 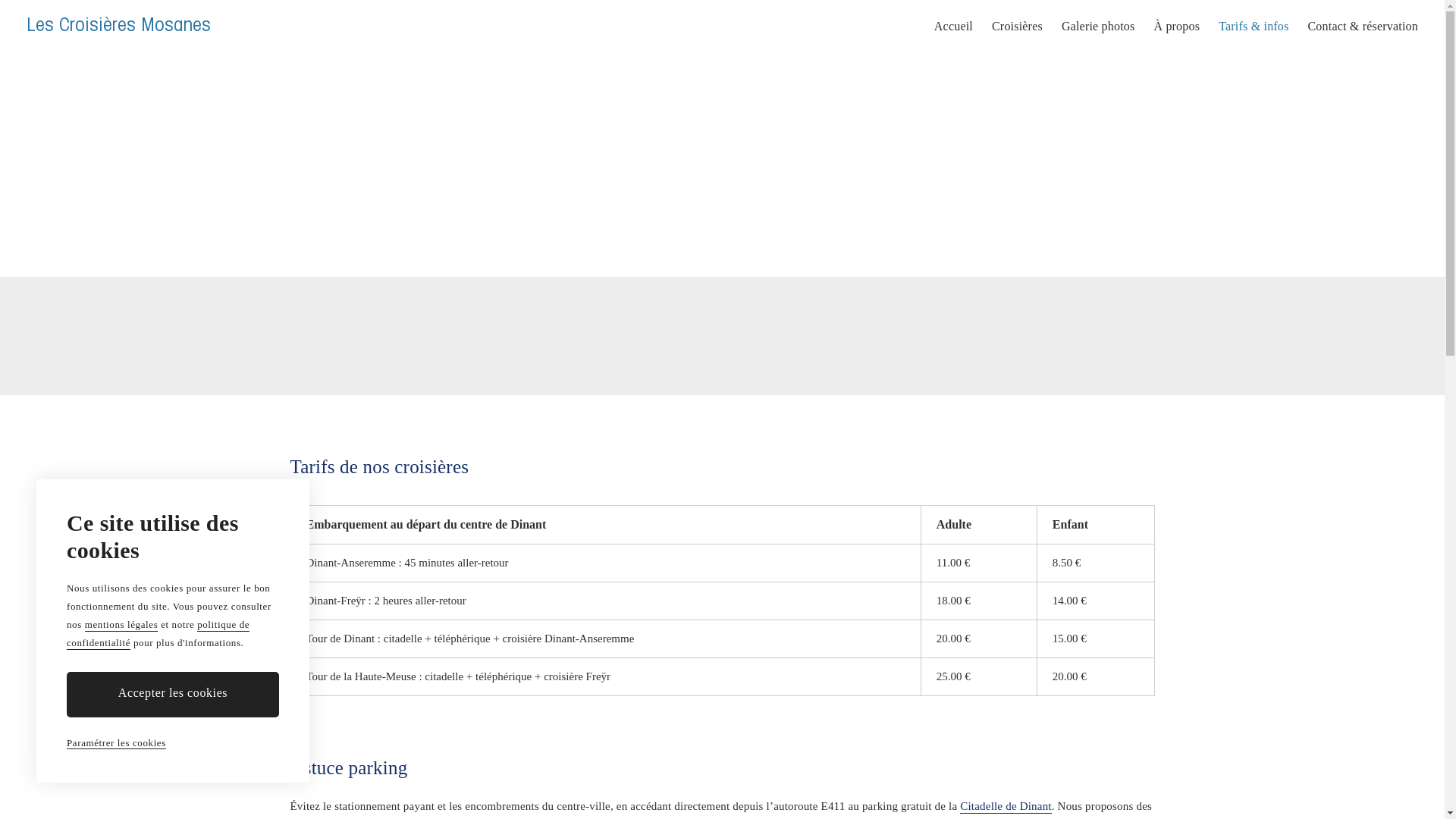 What do you see at coordinates (1098, 26) in the screenshot?
I see `'Galerie photos'` at bounding box center [1098, 26].